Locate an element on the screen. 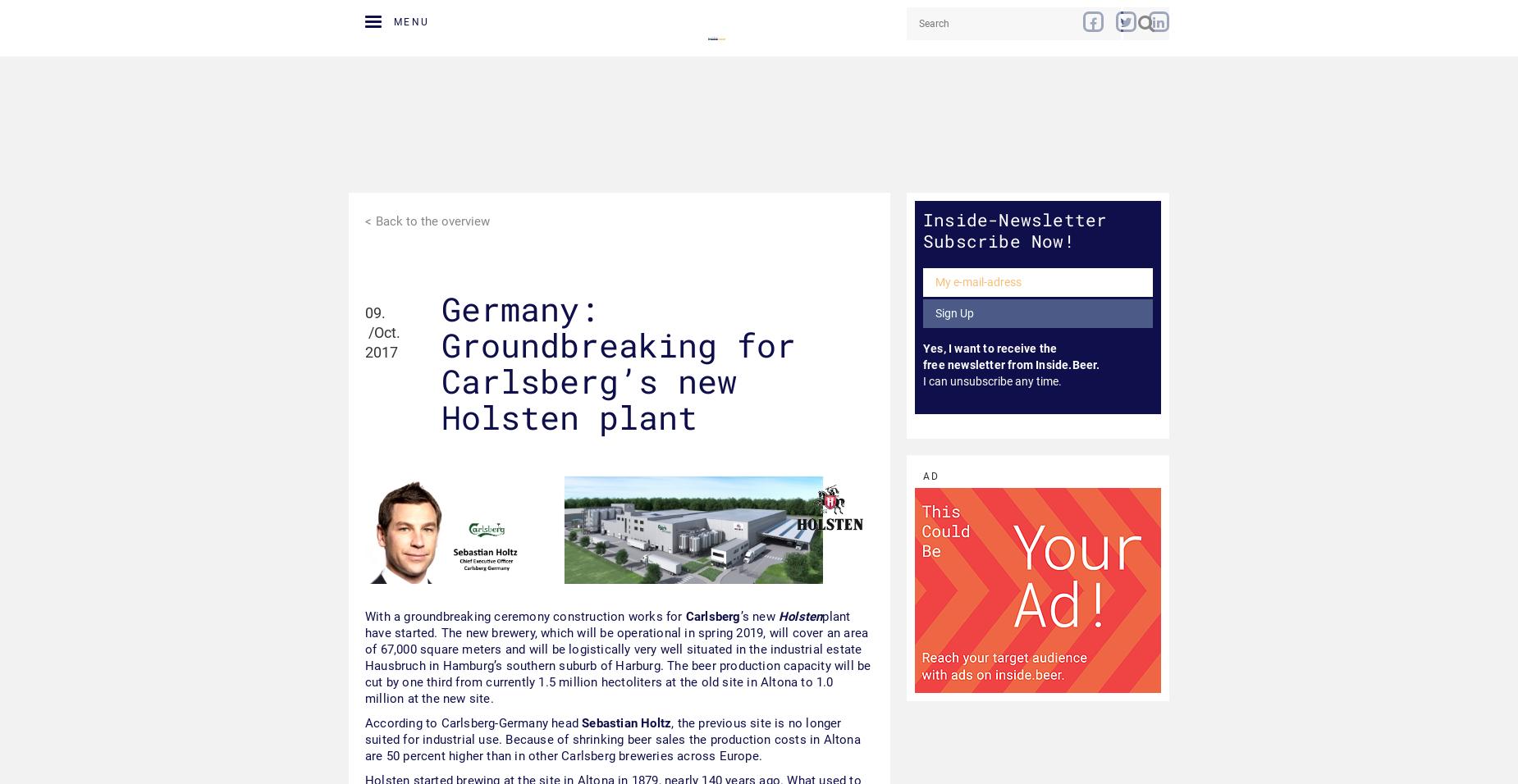 Image resolution: width=1518 pixels, height=784 pixels. 'Inside-Newsletter' is located at coordinates (1013, 218).